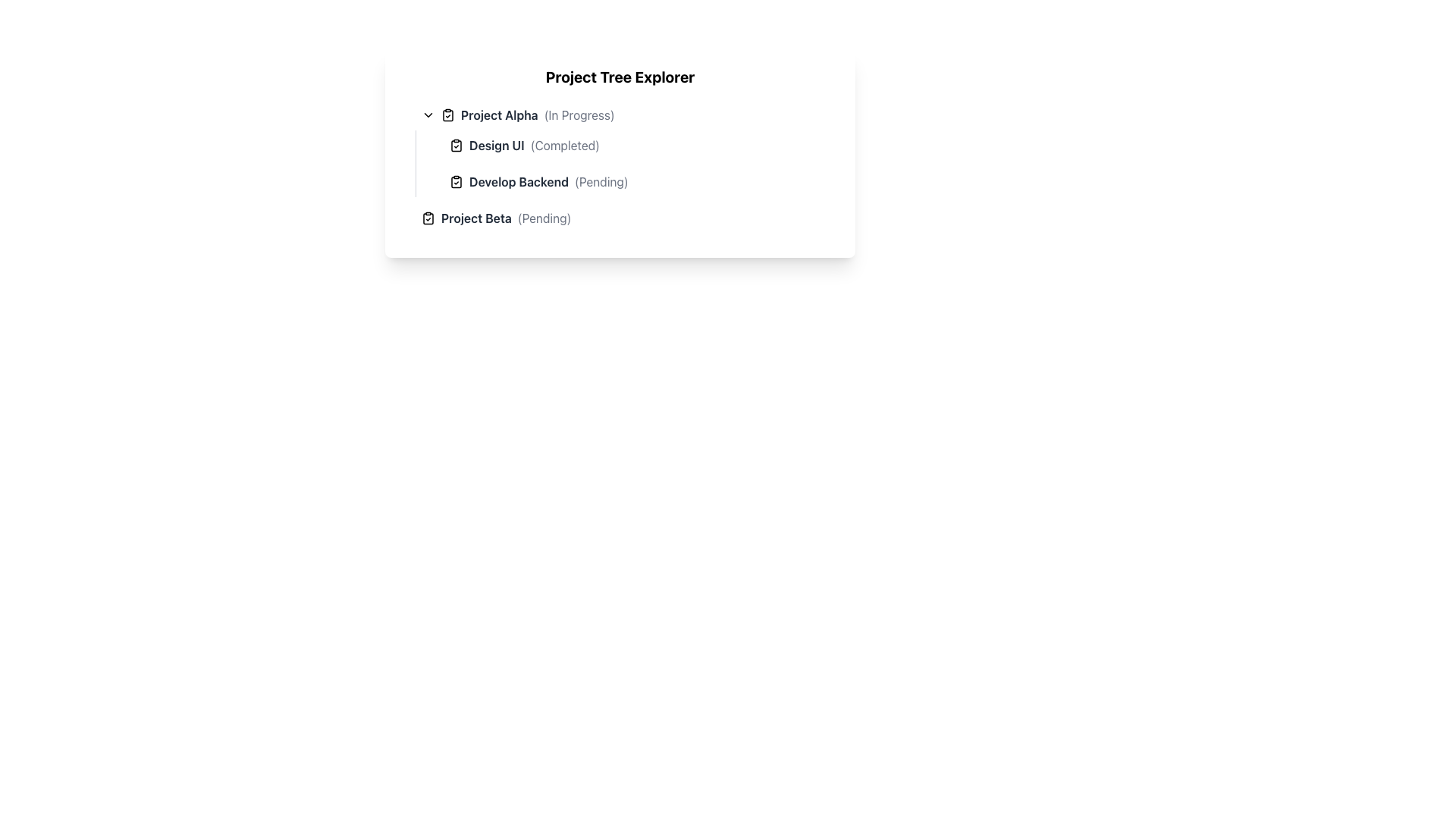 Image resolution: width=1456 pixels, height=819 pixels. Describe the element at coordinates (455, 180) in the screenshot. I see `the clipboard icon with a checkmark, which is the first graphical component to the left of the text 'Develop Backend (Pending)' in the list under 'Project Alpha (In Progress)'` at that location.